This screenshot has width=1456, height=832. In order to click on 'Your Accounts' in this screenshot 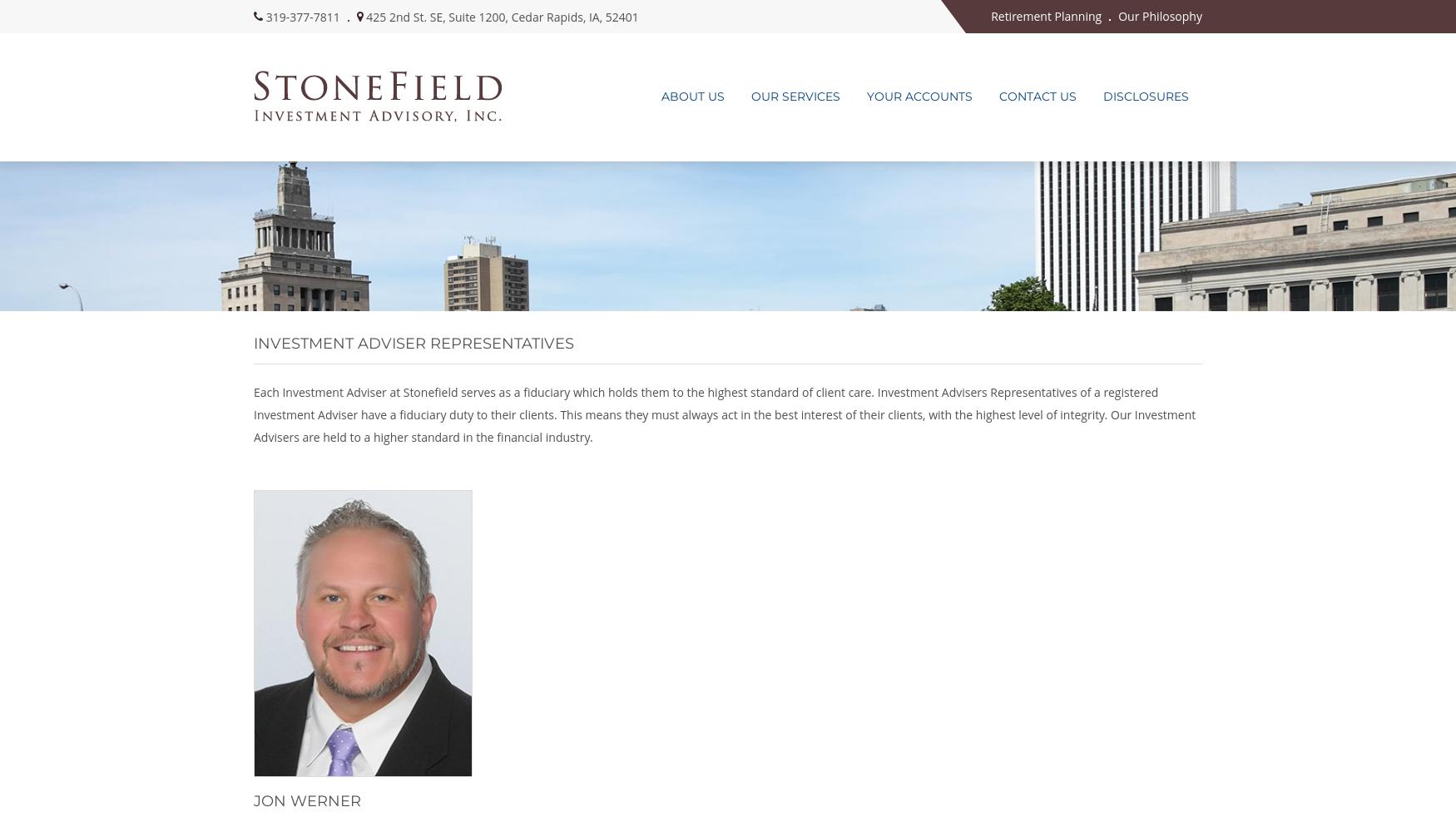, I will do `click(919, 96)`.